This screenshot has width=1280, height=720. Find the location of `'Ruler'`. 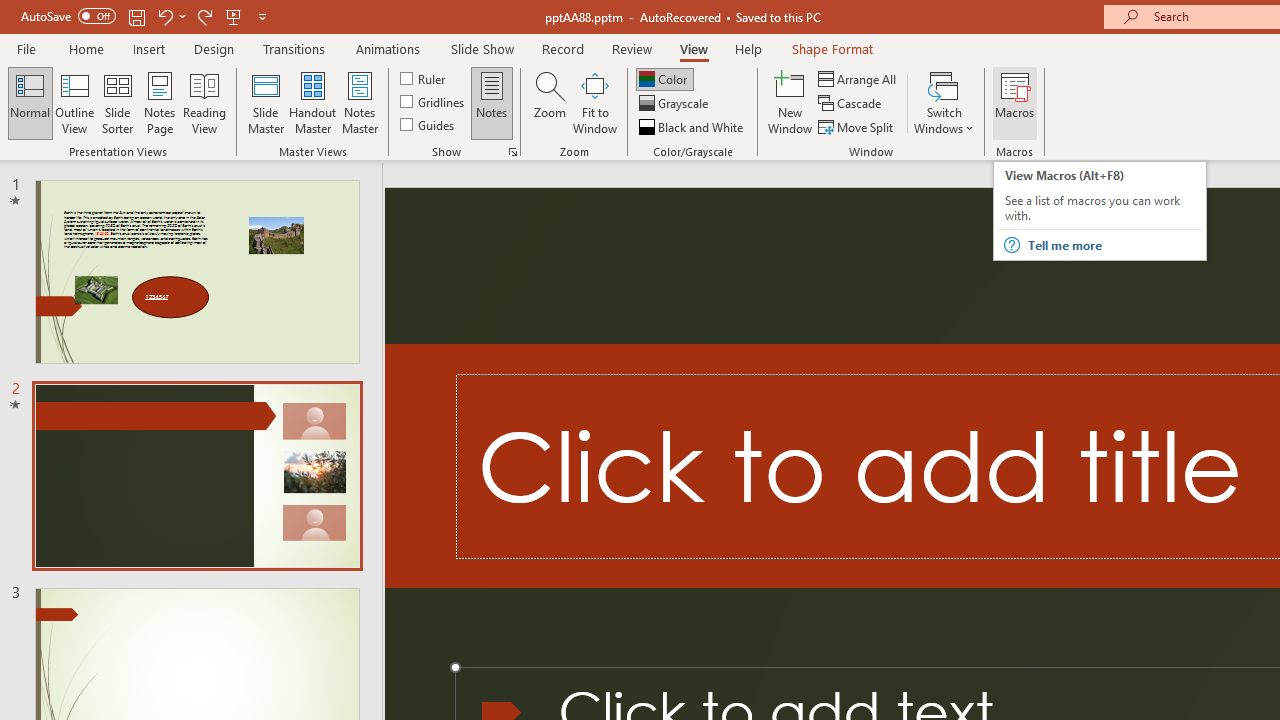

'Ruler' is located at coordinates (423, 77).